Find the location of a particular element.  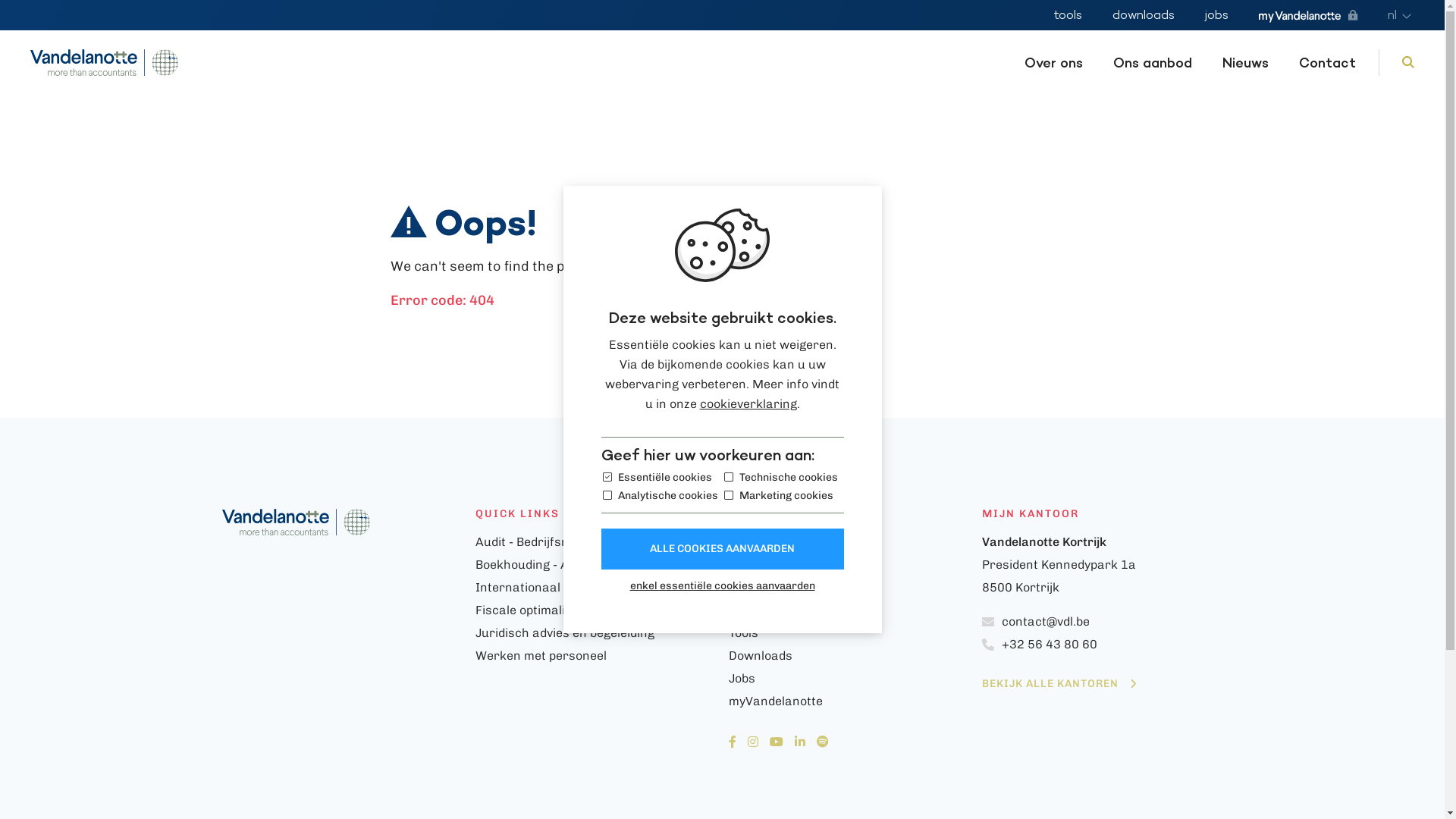

'contact@vdl.be' is located at coordinates (1102, 622).